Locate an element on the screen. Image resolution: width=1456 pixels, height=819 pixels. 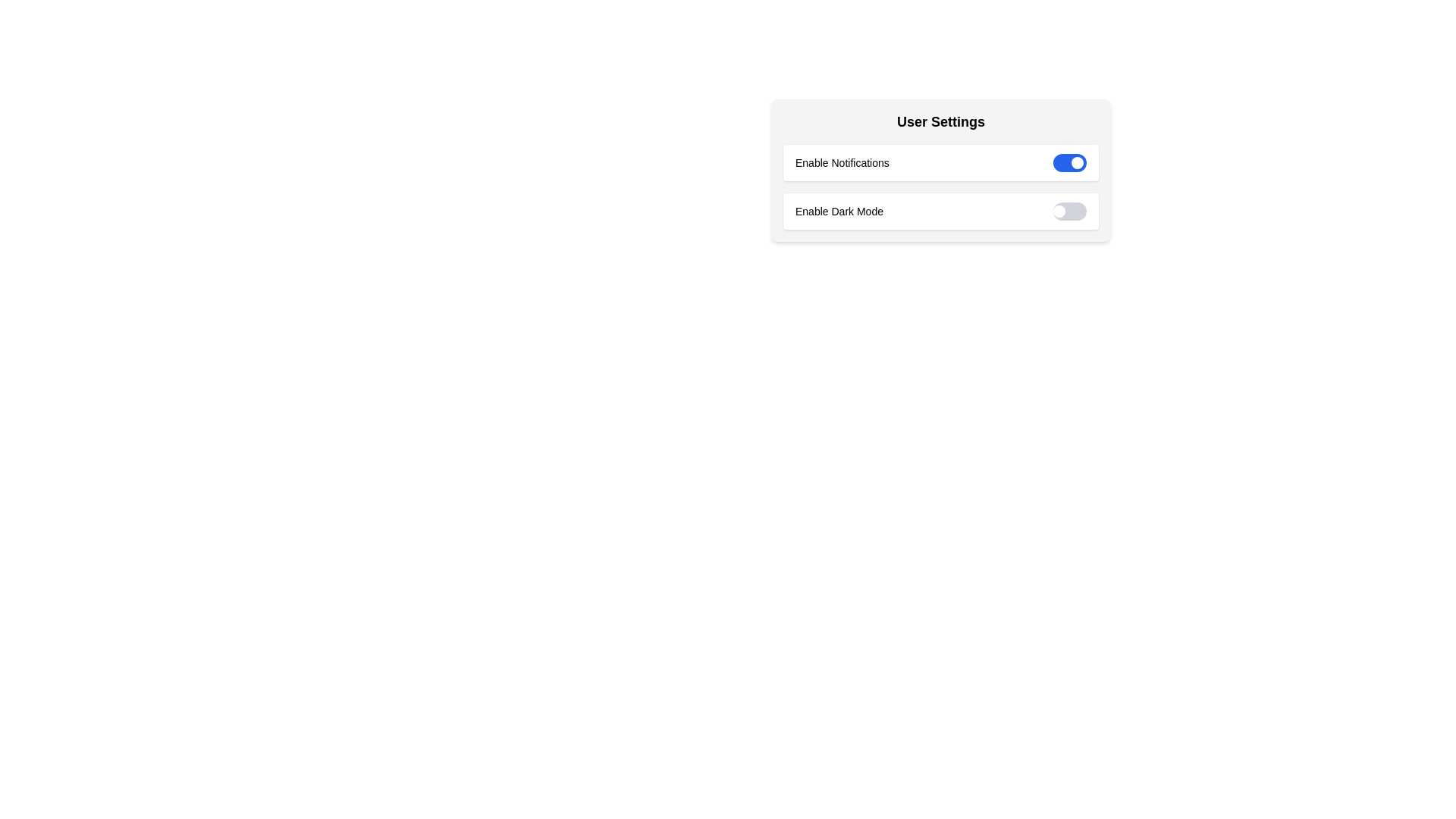
the toggle switch is located at coordinates (1069, 211).